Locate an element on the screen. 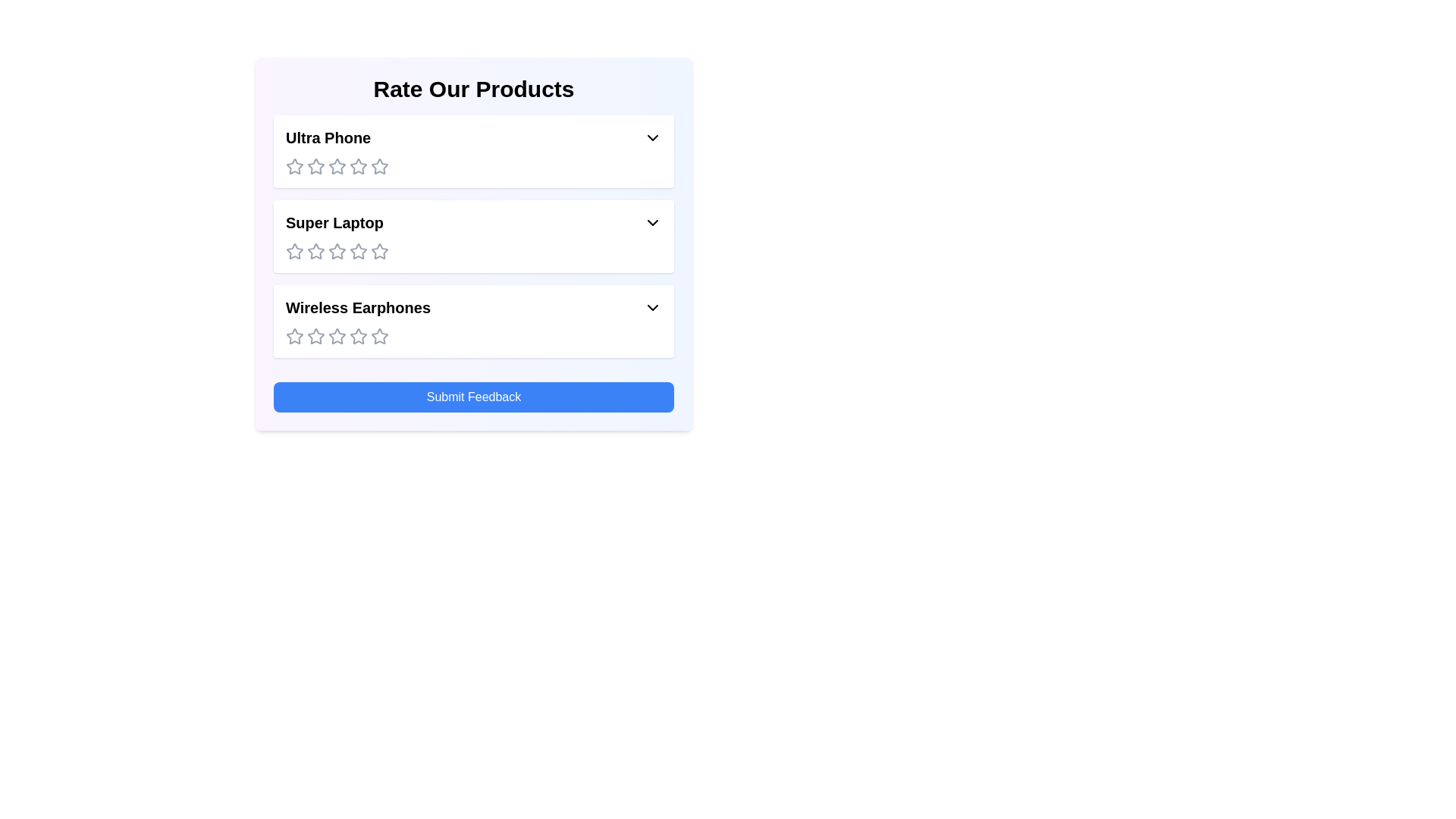 The image size is (1456, 819). the rating for the product 'Ultra Phone' to 5 stars is located at coordinates (379, 166).